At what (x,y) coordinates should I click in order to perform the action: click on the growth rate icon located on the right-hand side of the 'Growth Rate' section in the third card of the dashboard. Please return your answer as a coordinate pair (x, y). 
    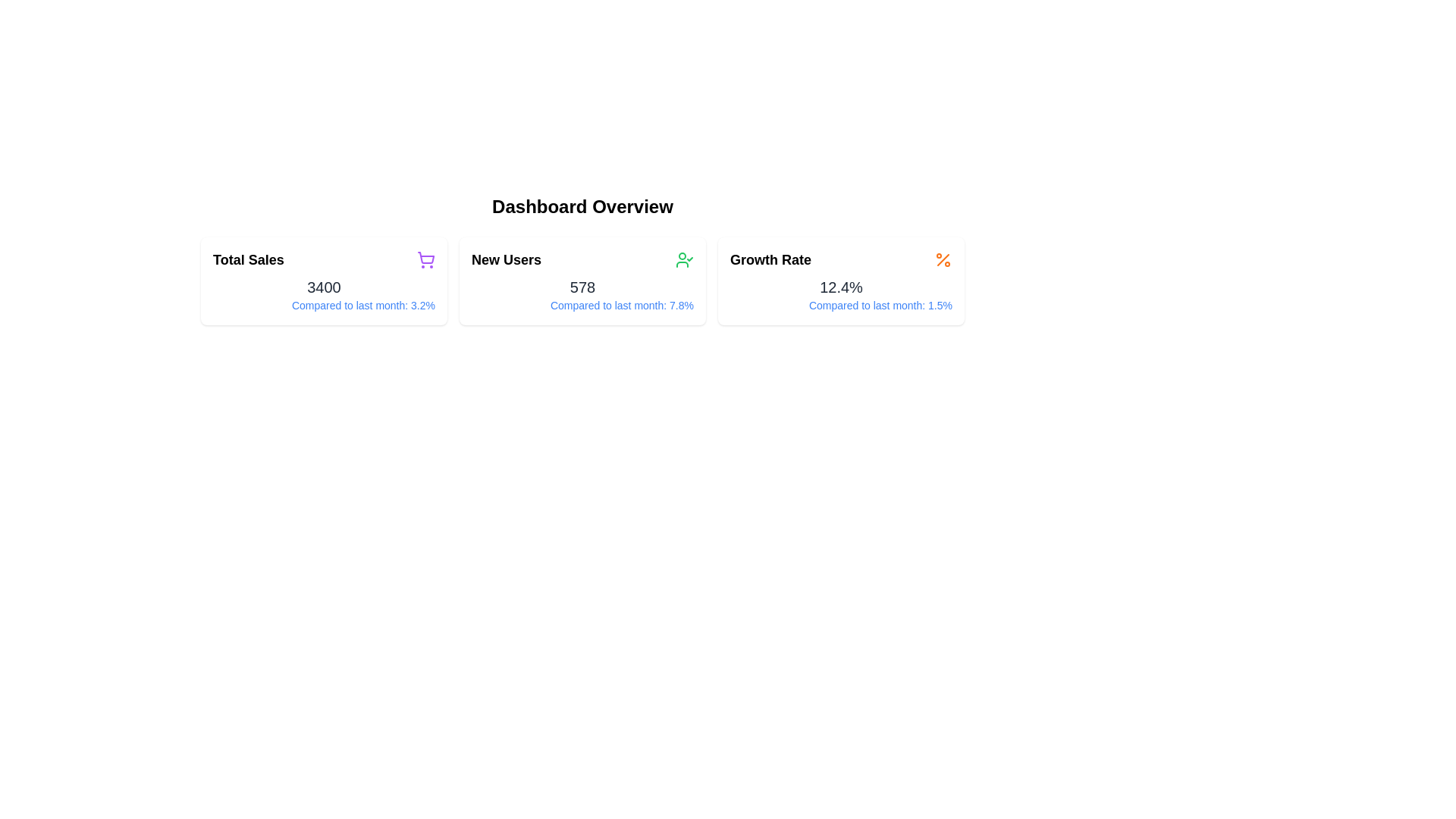
    Looking at the image, I should click on (942, 259).